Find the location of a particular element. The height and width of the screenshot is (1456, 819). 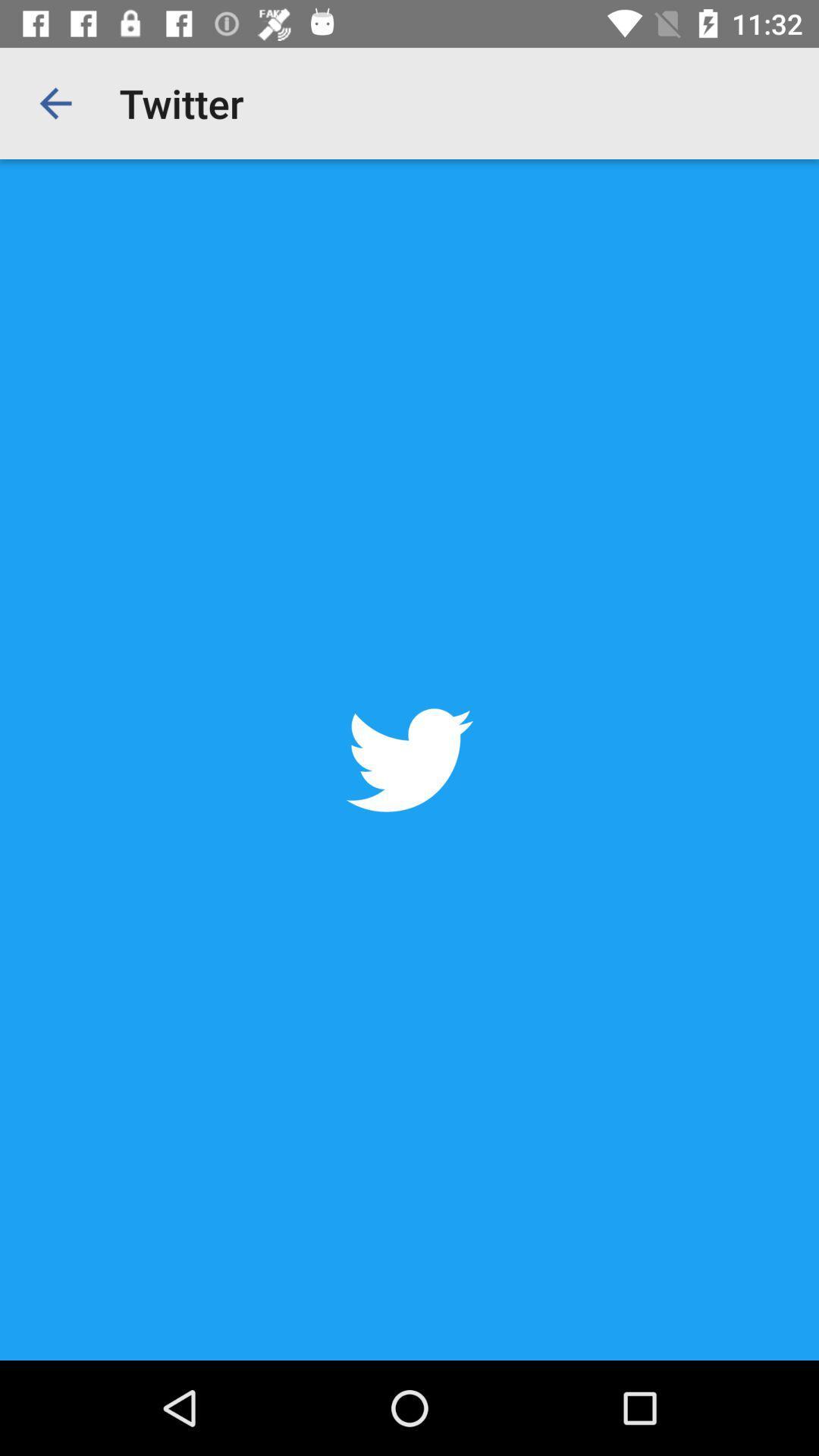

the item at the center is located at coordinates (409, 760).